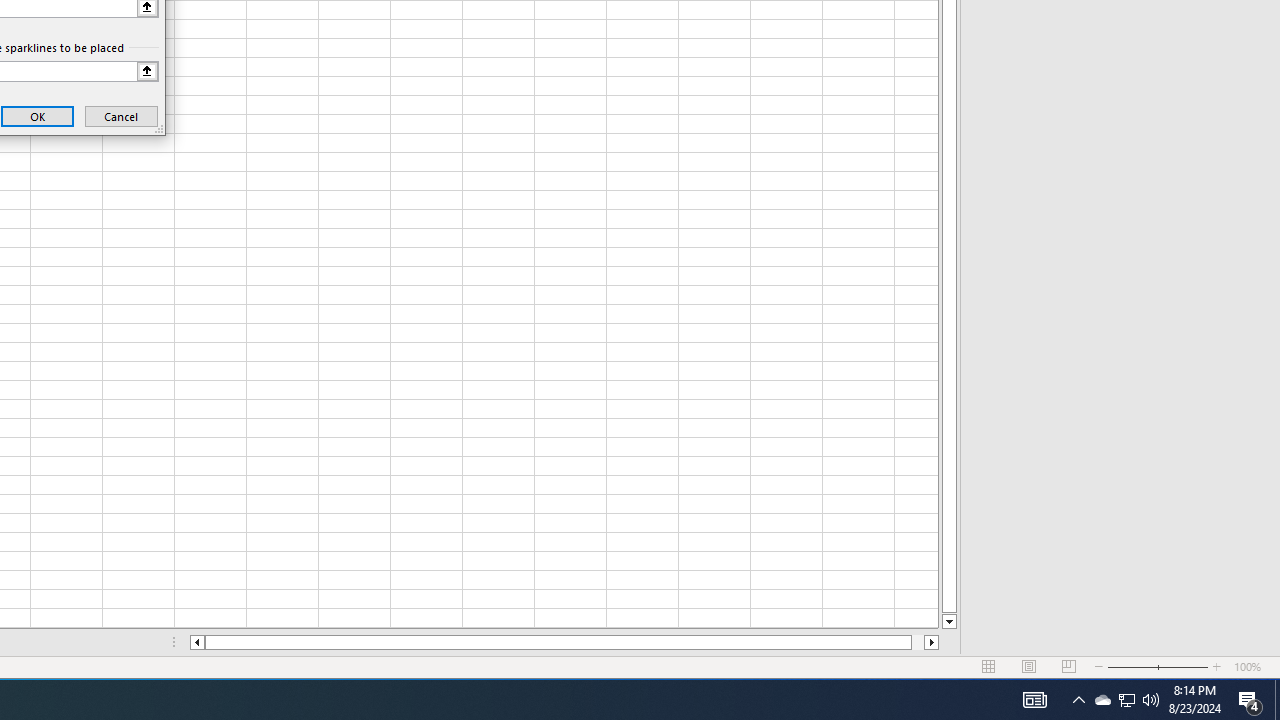 This screenshot has width=1280, height=720. What do you see at coordinates (1101, 698) in the screenshot?
I see `'Zoom Out'` at bounding box center [1101, 698].